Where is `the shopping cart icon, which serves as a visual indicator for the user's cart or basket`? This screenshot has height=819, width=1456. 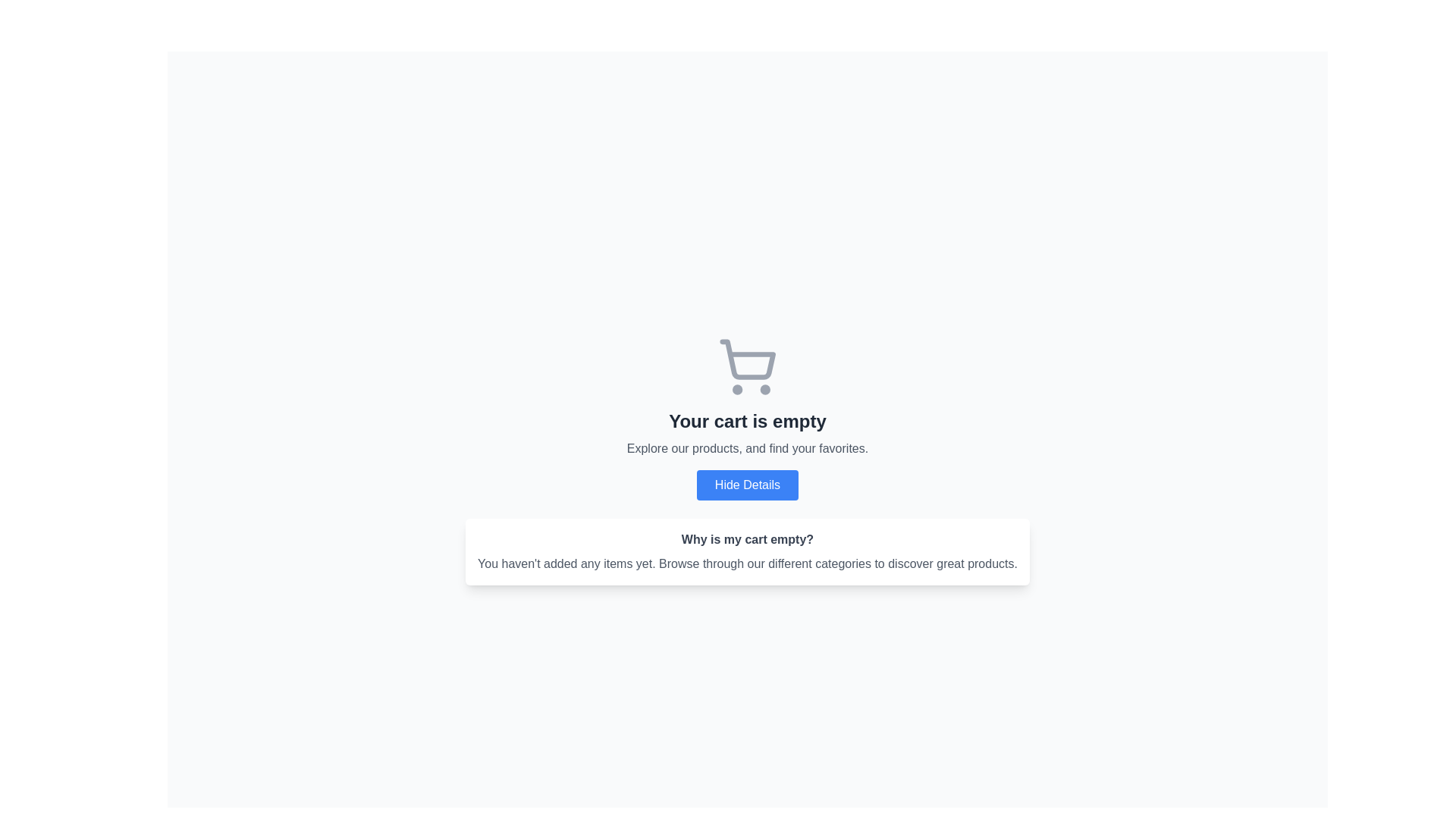
the shopping cart icon, which serves as a visual indicator for the user's cart or basket is located at coordinates (748, 359).